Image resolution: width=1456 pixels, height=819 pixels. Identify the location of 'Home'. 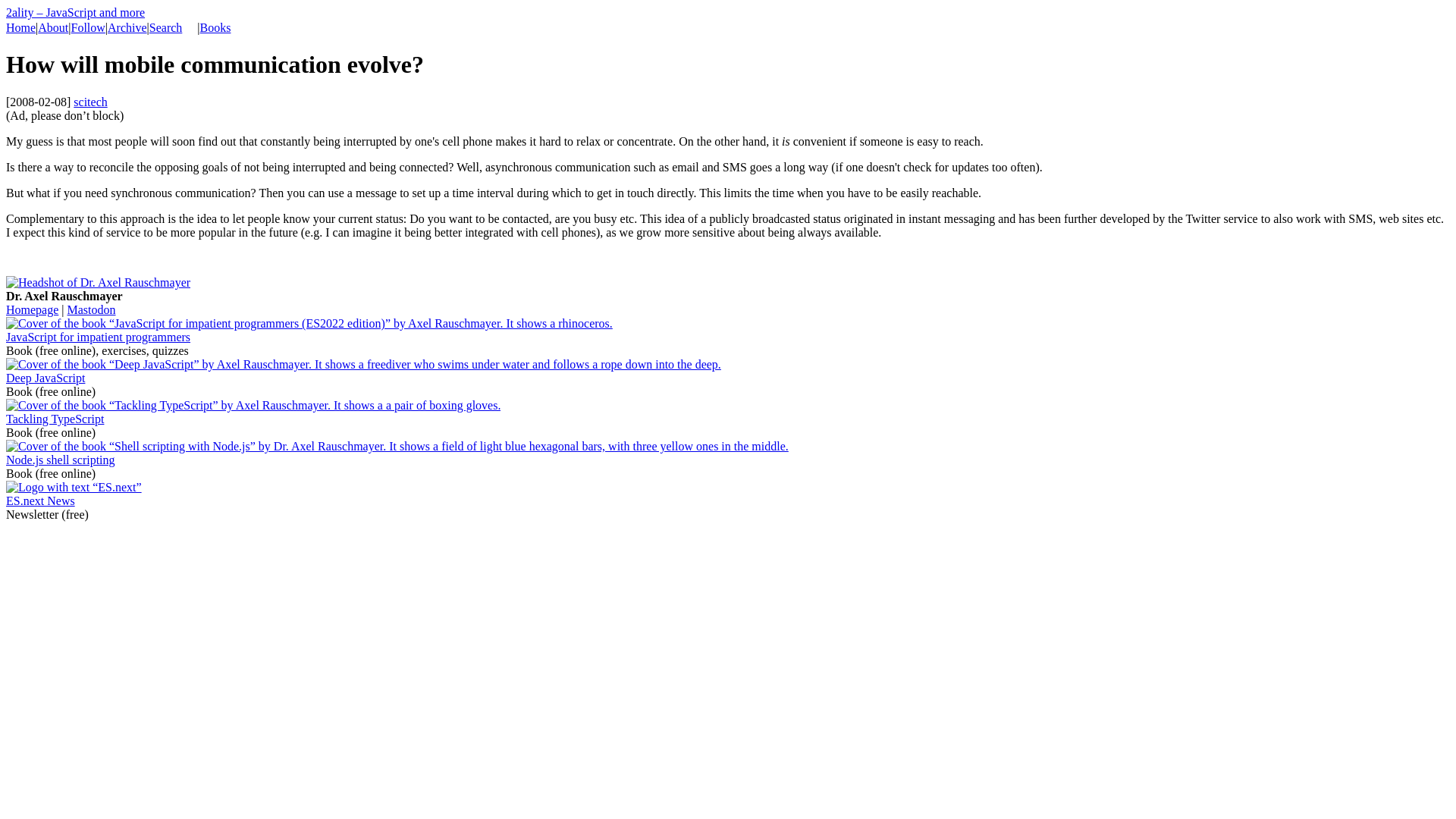
(20, 27).